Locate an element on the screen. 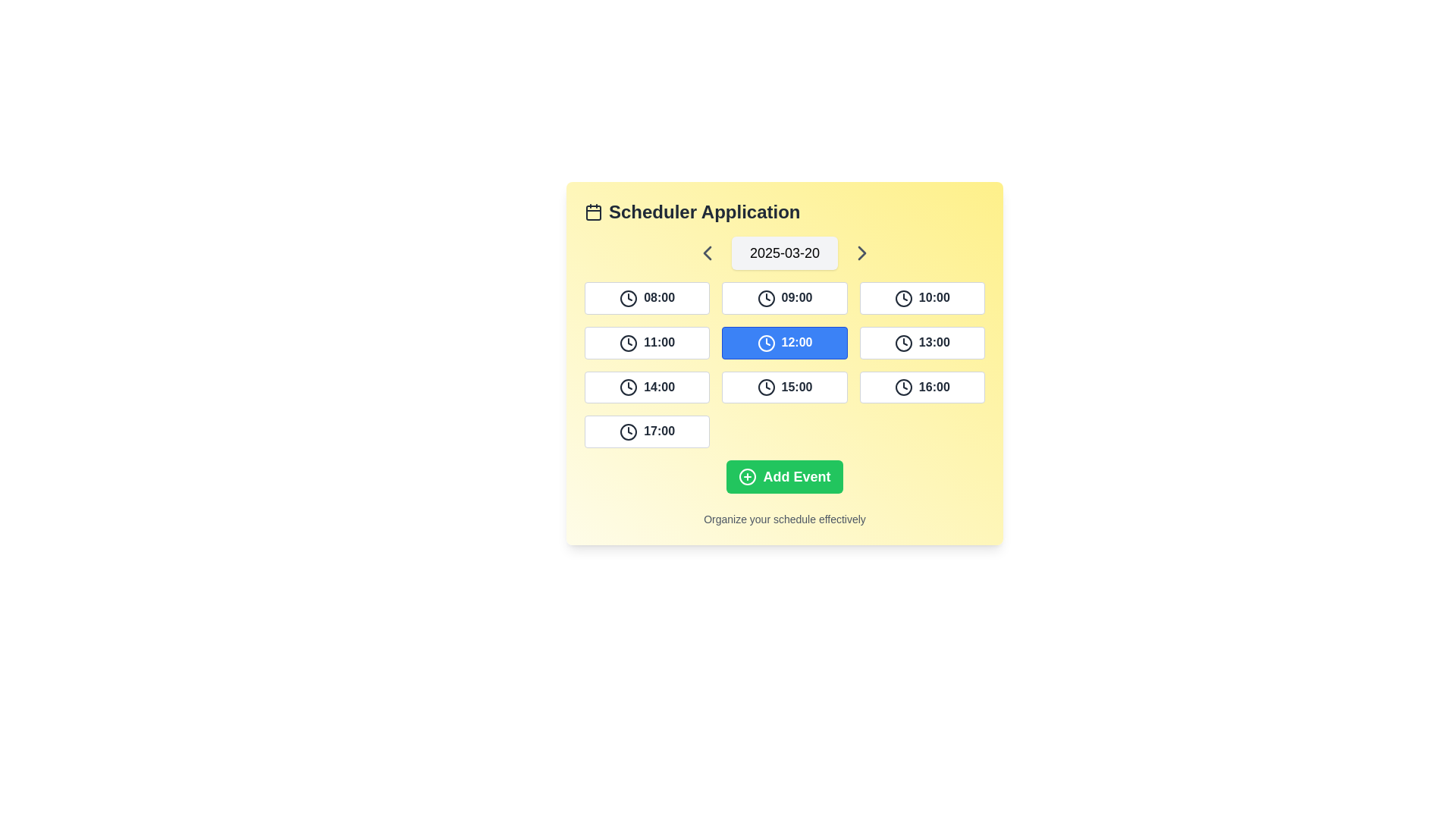  the circular icon within the clock icon located in the '10:00' time slot of the scheduler grid is located at coordinates (903, 298).